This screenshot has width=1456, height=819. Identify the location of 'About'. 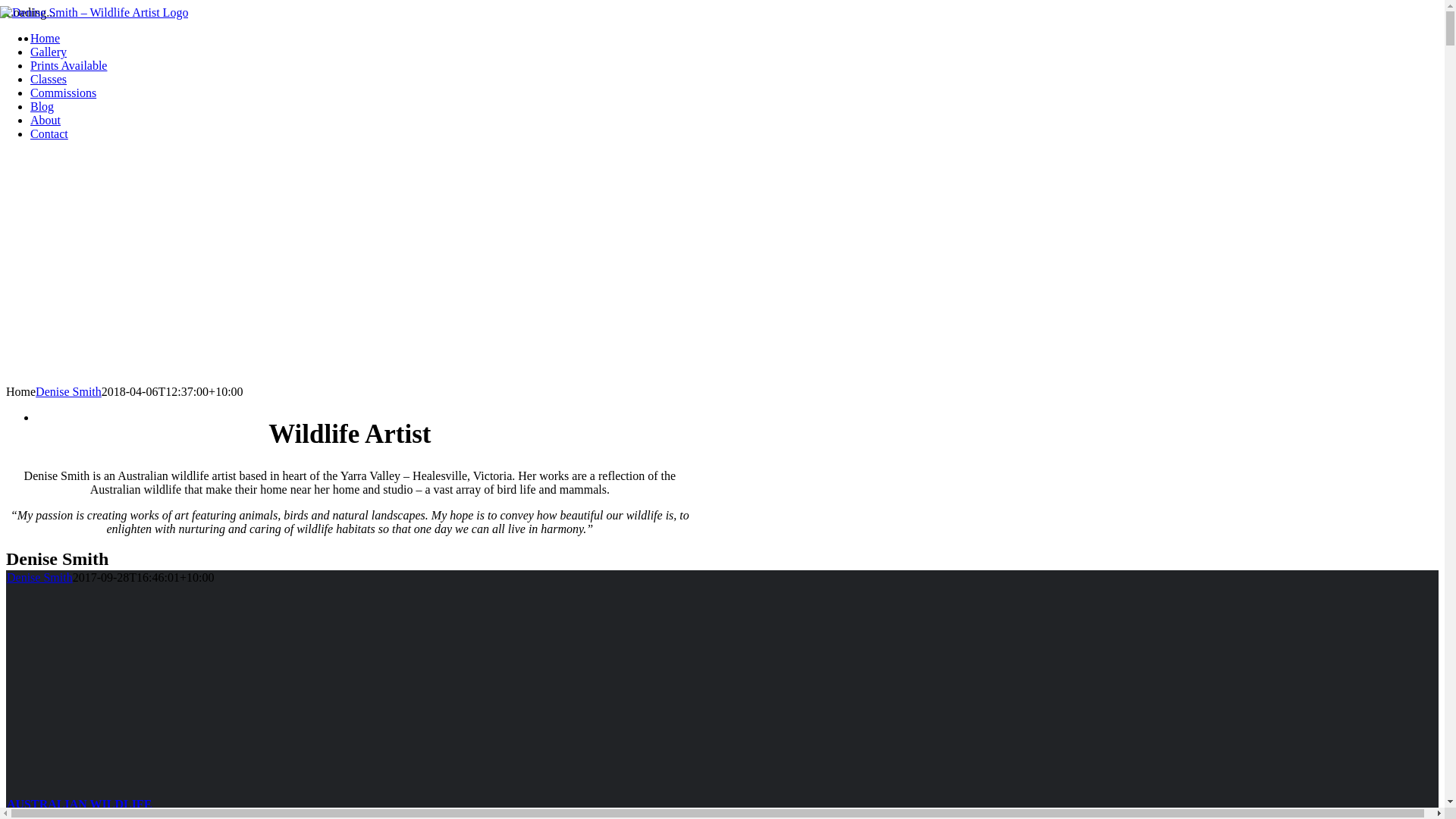
(45, 119).